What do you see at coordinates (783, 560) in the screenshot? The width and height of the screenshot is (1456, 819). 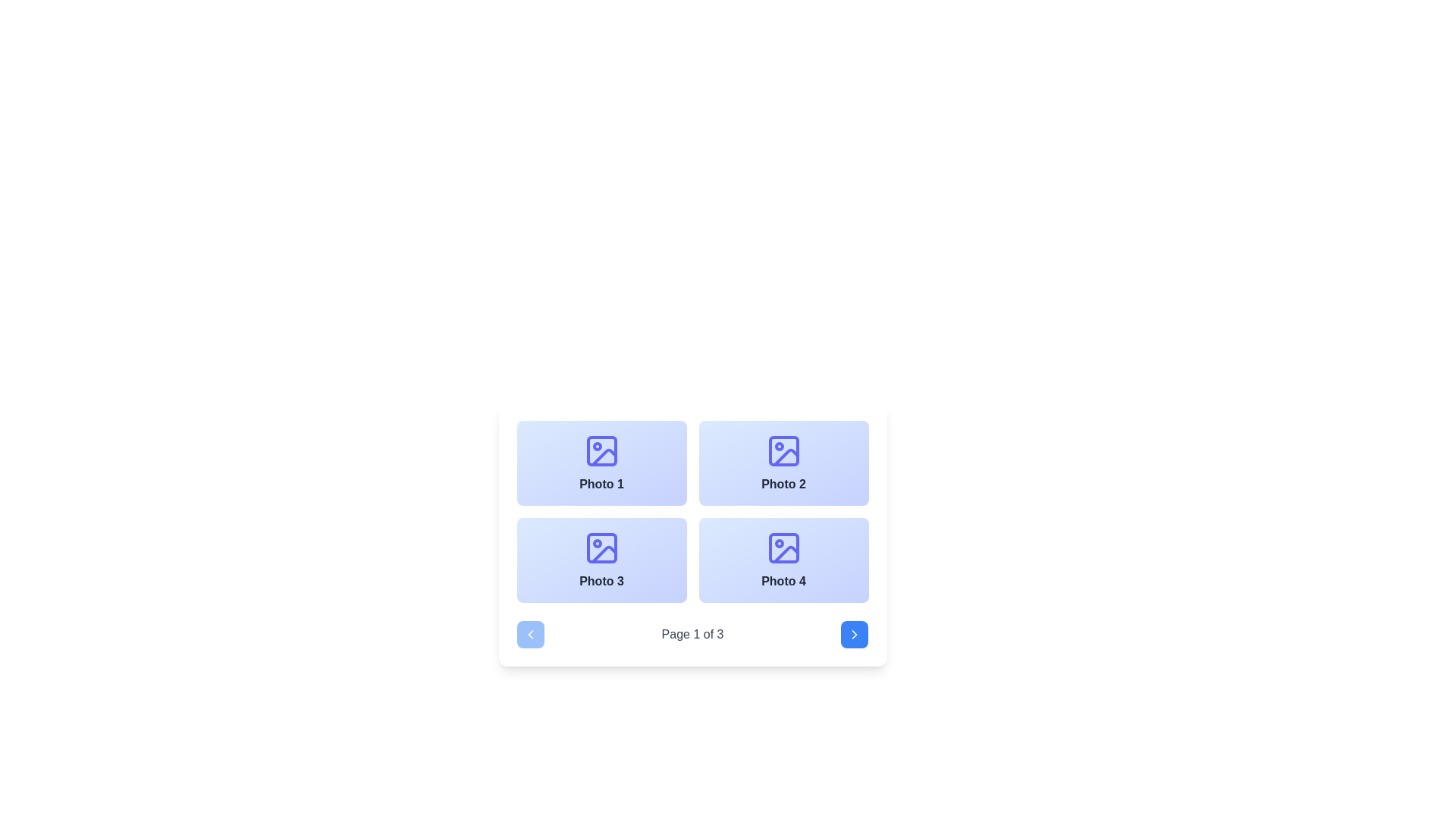 I see `the card labeled 'Photo 4' which is located in the bottom-right corner of a 2x2 grid of cards` at bounding box center [783, 560].